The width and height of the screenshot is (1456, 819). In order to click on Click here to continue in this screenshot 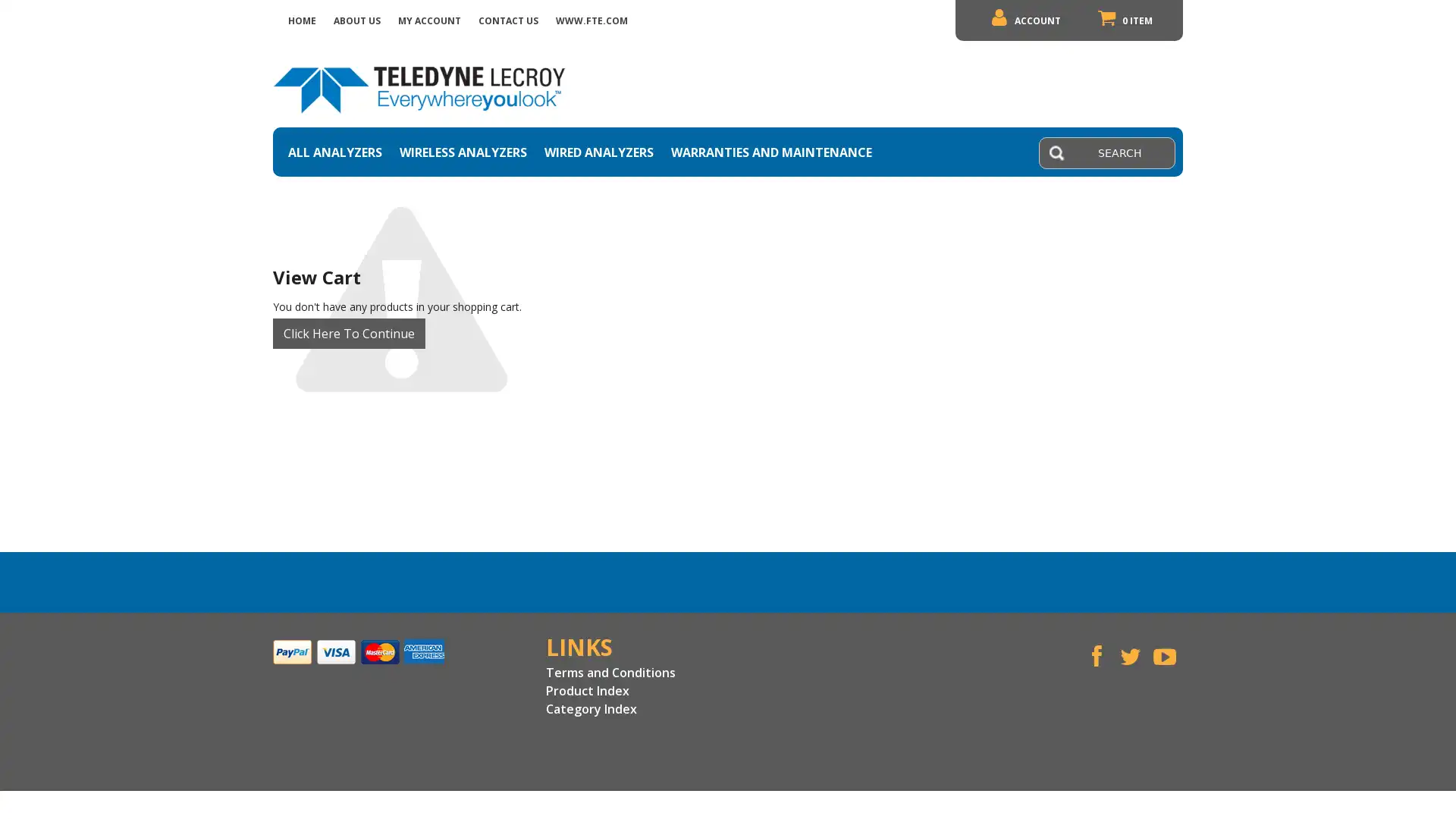, I will do `click(348, 332)`.